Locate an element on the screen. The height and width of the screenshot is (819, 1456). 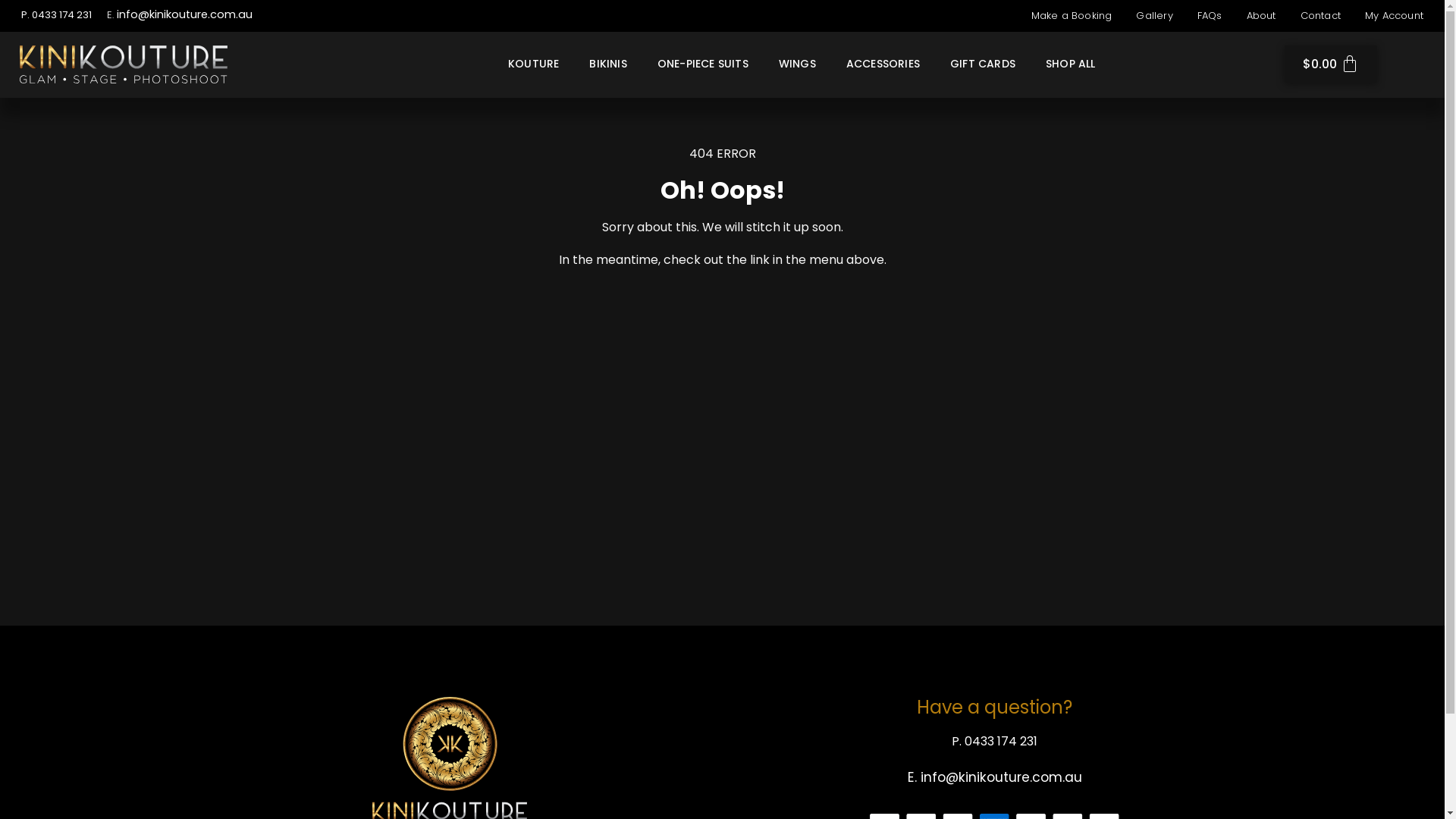
'FAQs' is located at coordinates (1187, 15).